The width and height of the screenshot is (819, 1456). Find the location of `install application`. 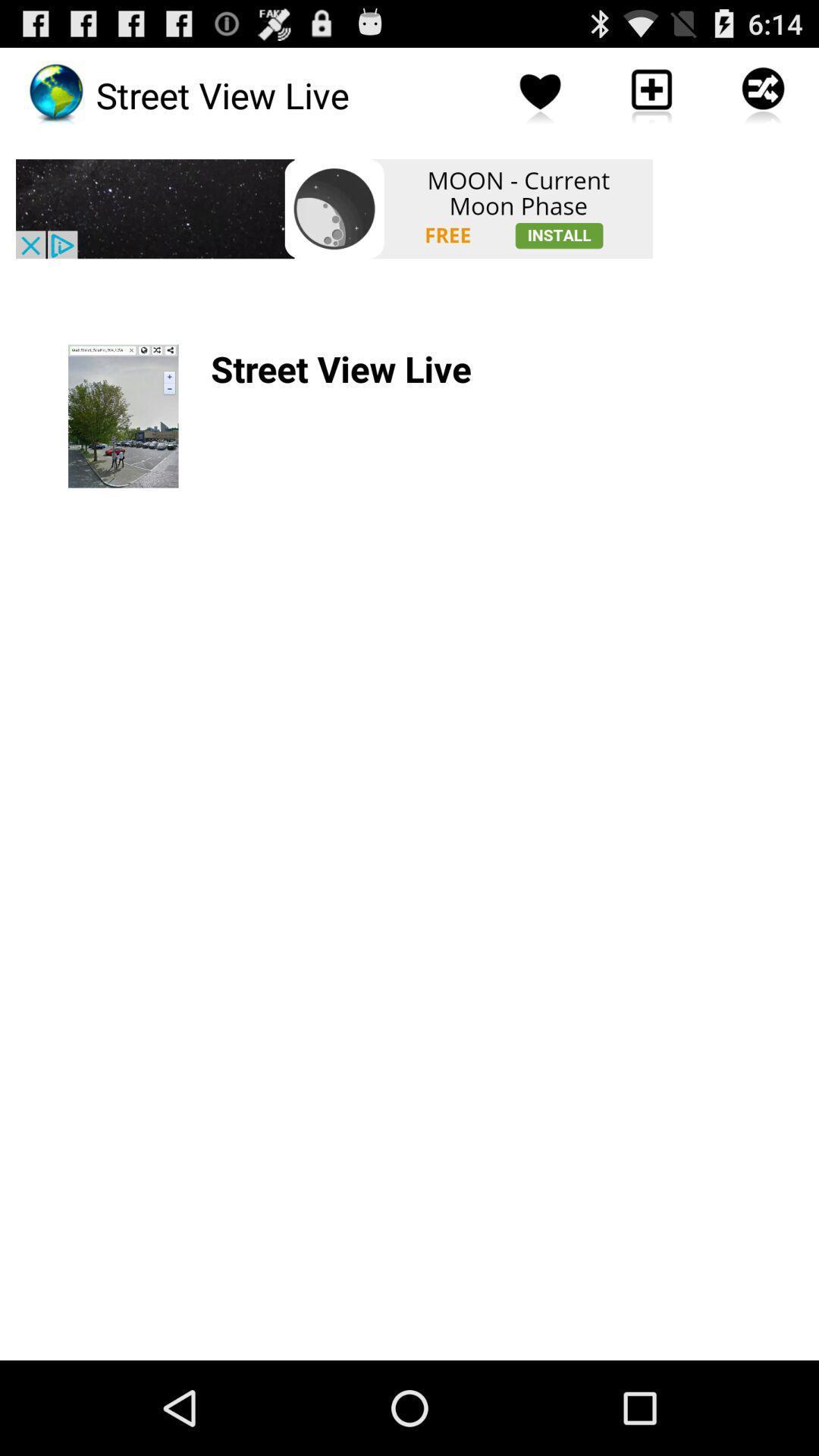

install application is located at coordinates (333, 208).